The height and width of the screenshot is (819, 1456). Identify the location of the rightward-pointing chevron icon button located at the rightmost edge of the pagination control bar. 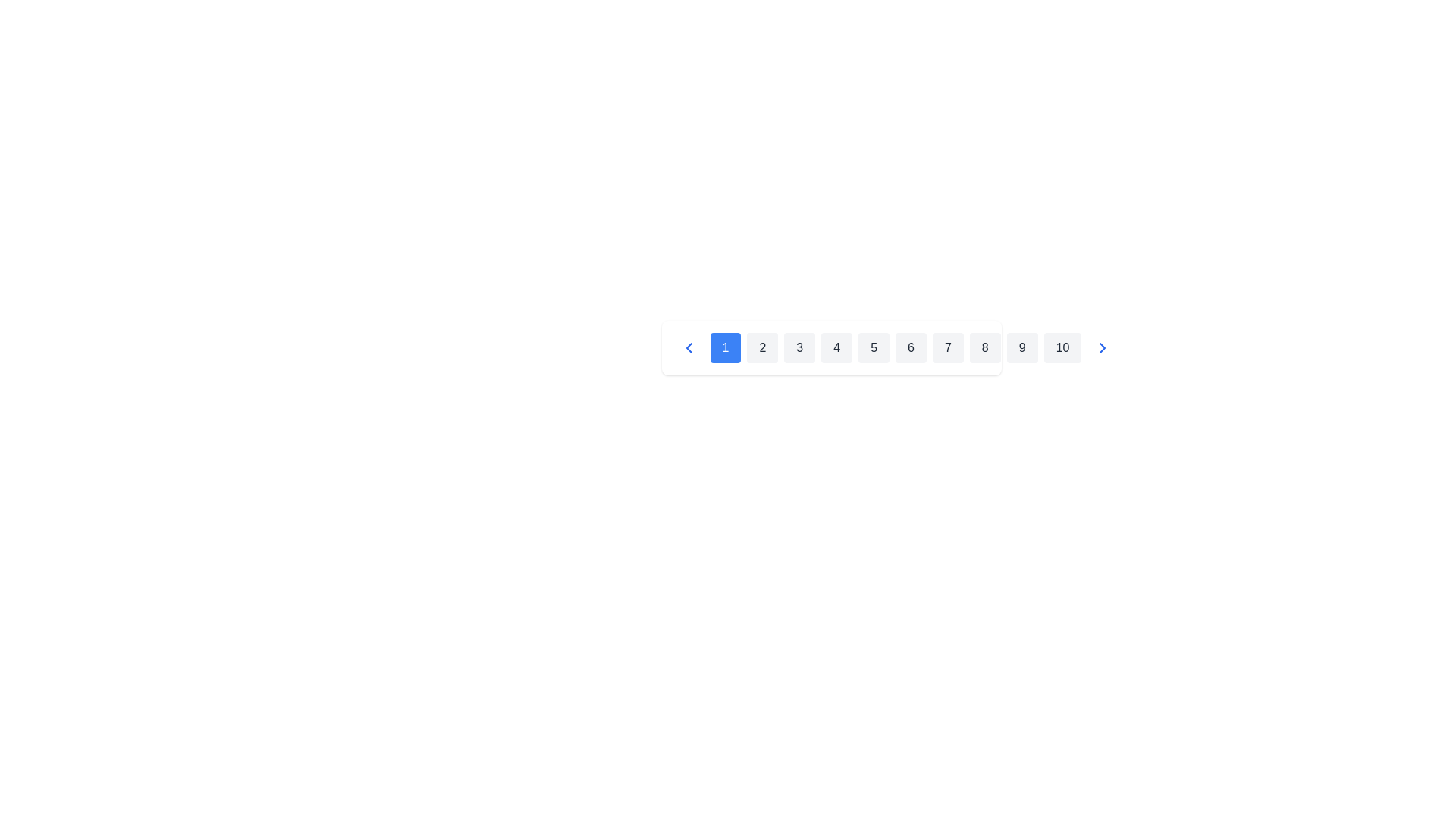
(1103, 348).